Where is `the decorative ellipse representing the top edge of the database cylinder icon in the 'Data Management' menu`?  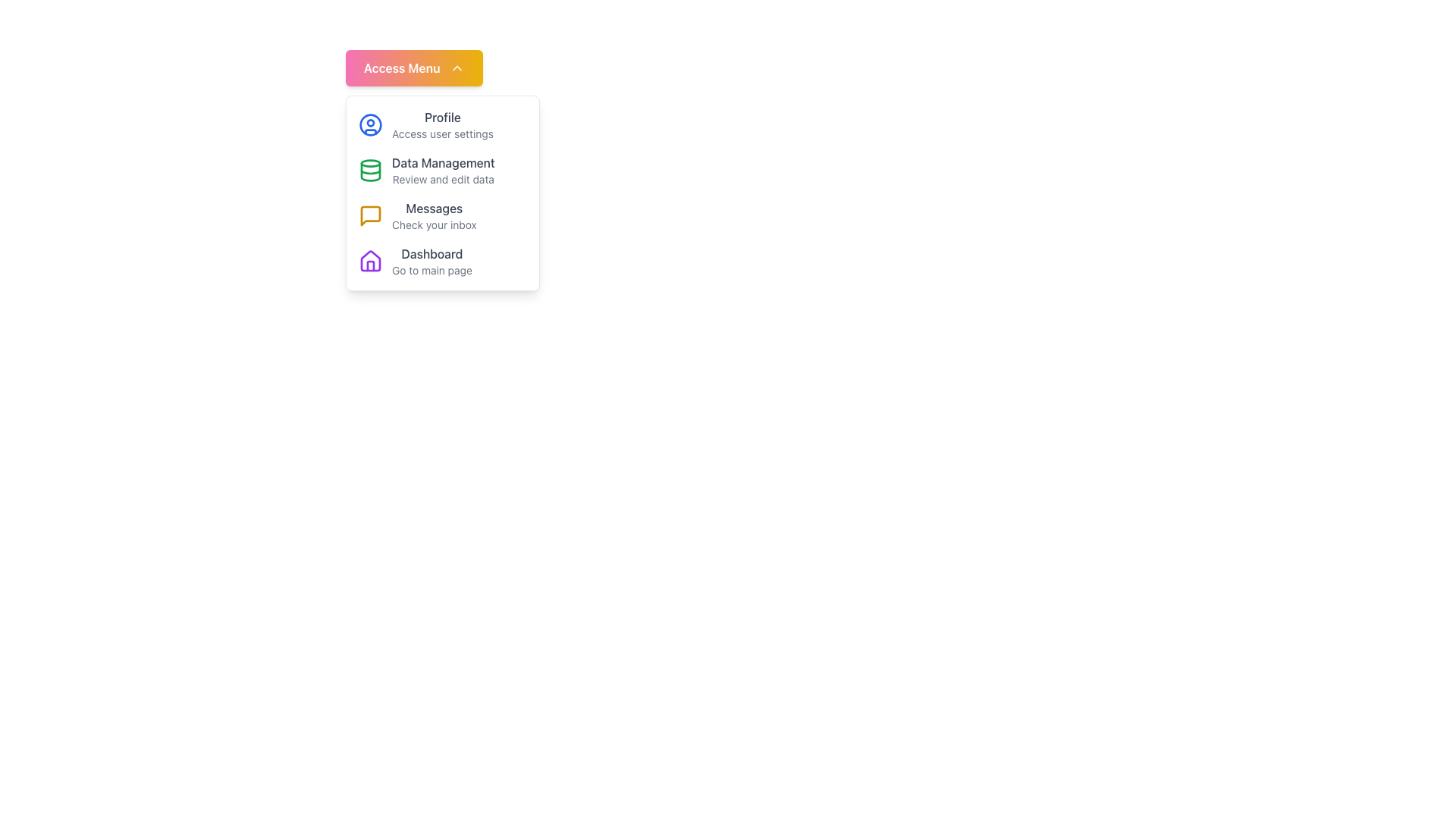
the decorative ellipse representing the top edge of the database cylinder icon in the 'Data Management' menu is located at coordinates (371, 163).